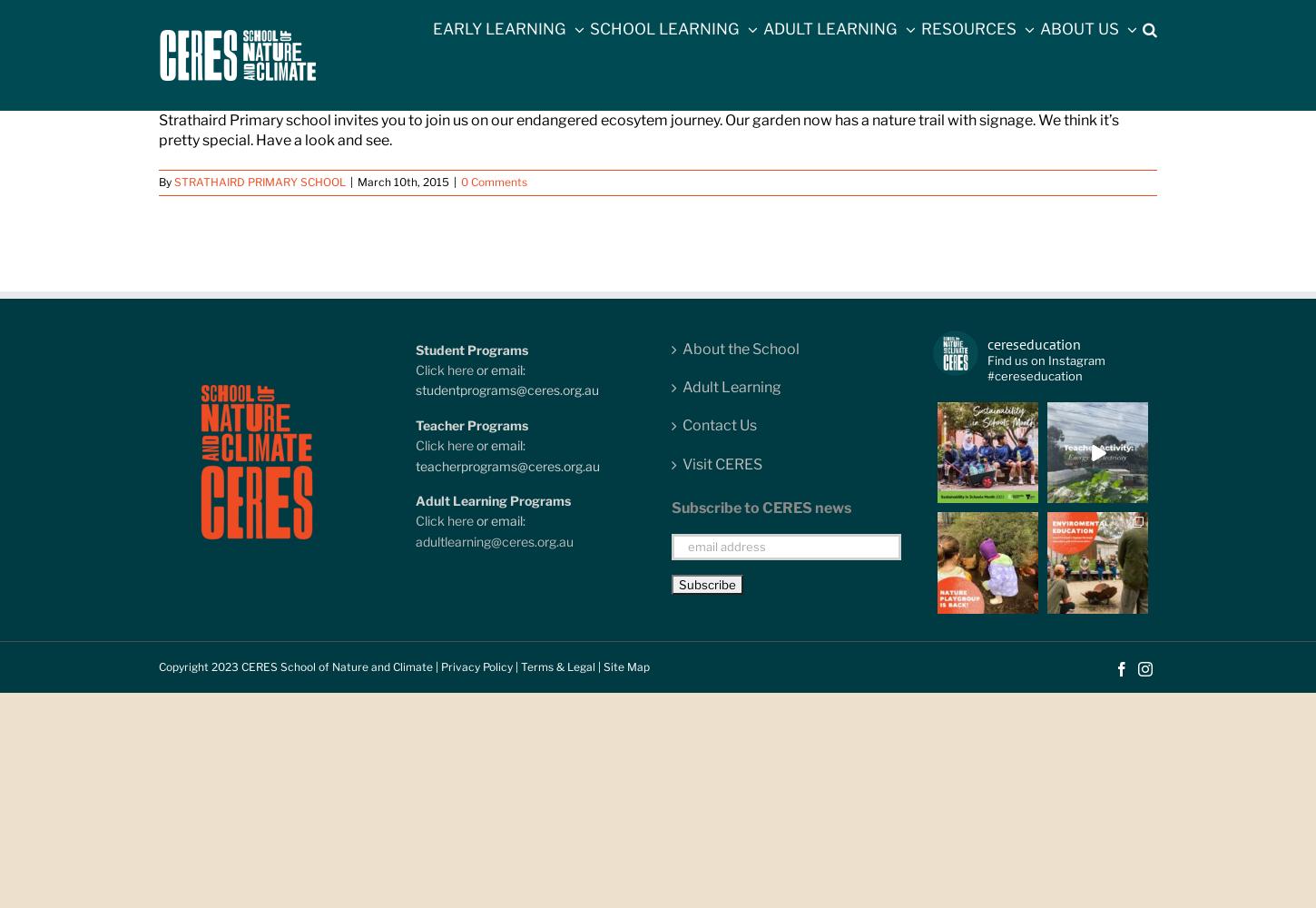 Image resolution: width=1316 pixels, height=908 pixels. Describe the element at coordinates (1032, 343) in the screenshot. I see `'cereseducation'` at that location.